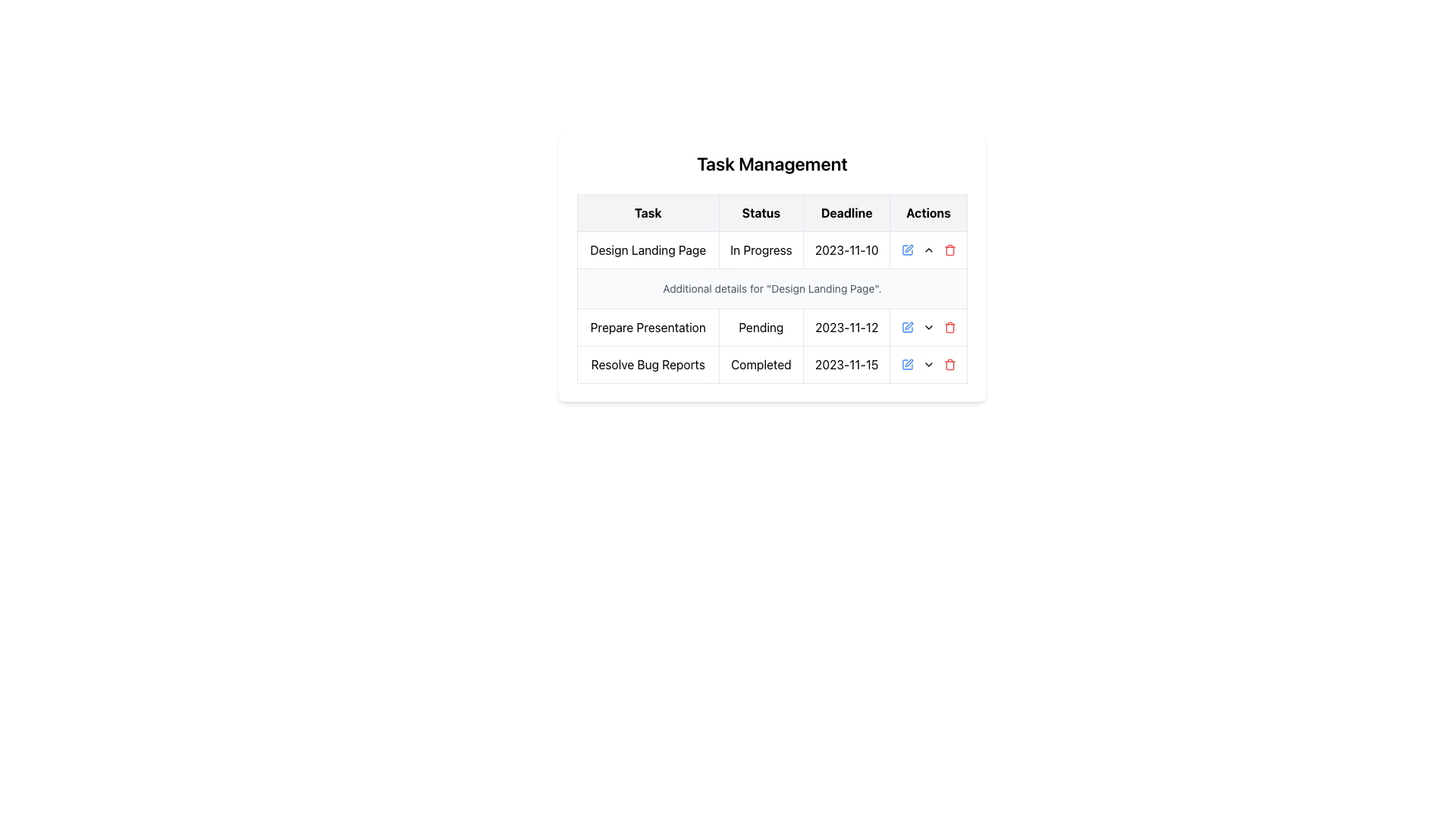 The height and width of the screenshot is (819, 1456). What do you see at coordinates (949, 249) in the screenshot?
I see `the red trash bin icon button at the rightmost position of the 'Actions' column` at bounding box center [949, 249].